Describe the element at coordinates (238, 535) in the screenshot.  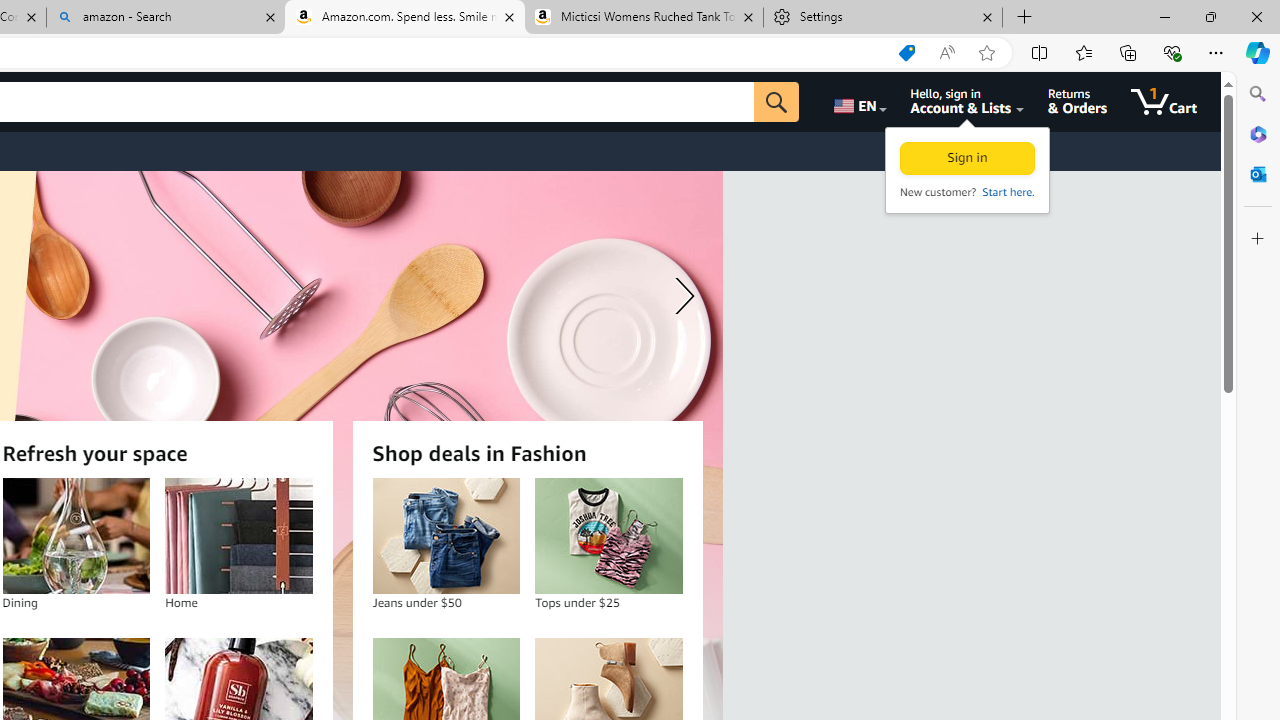
I see `'Home'` at that location.